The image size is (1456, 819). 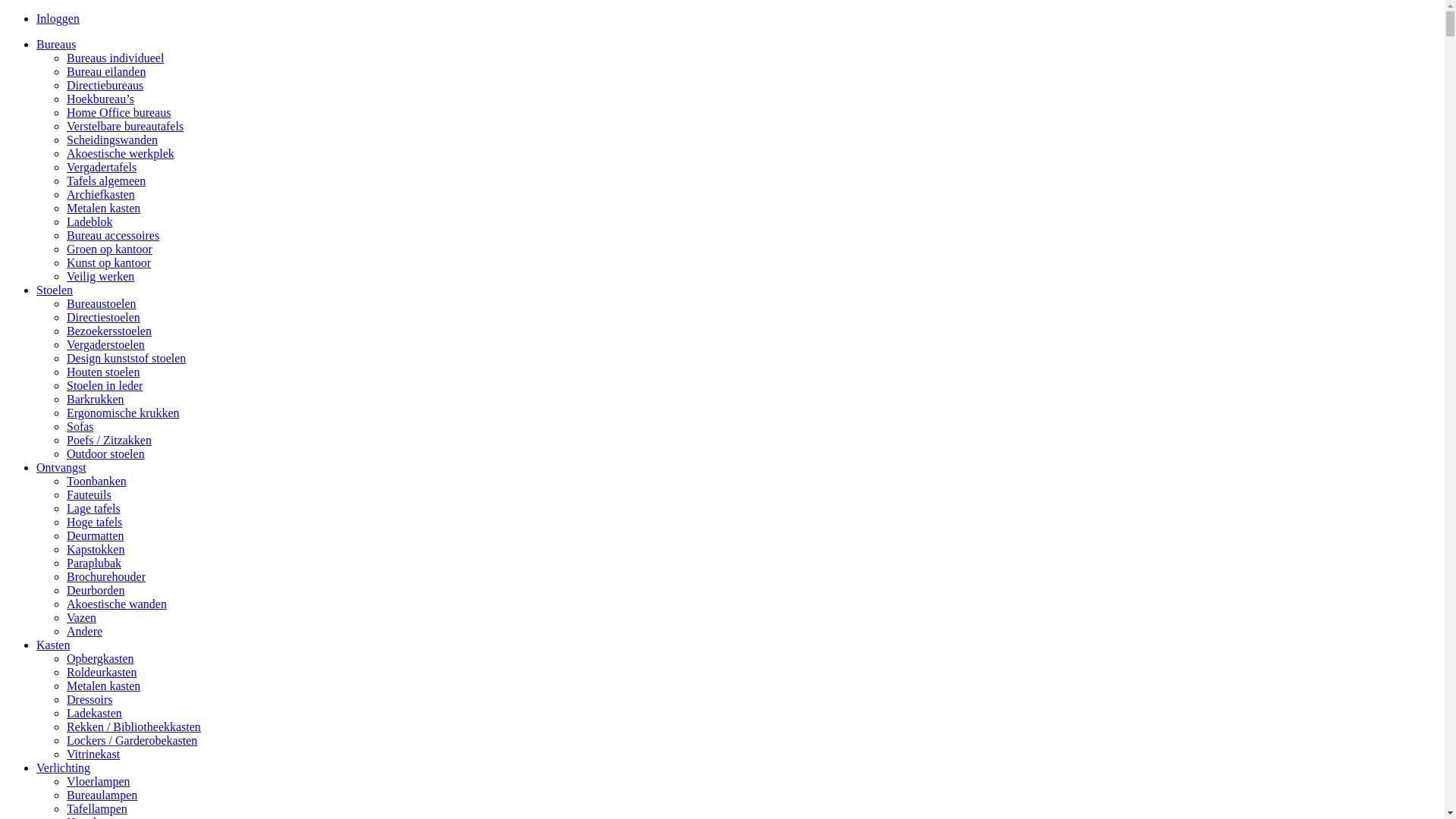 What do you see at coordinates (101, 671) in the screenshot?
I see `'Roldeurkasten'` at bounding box center [101, 671].